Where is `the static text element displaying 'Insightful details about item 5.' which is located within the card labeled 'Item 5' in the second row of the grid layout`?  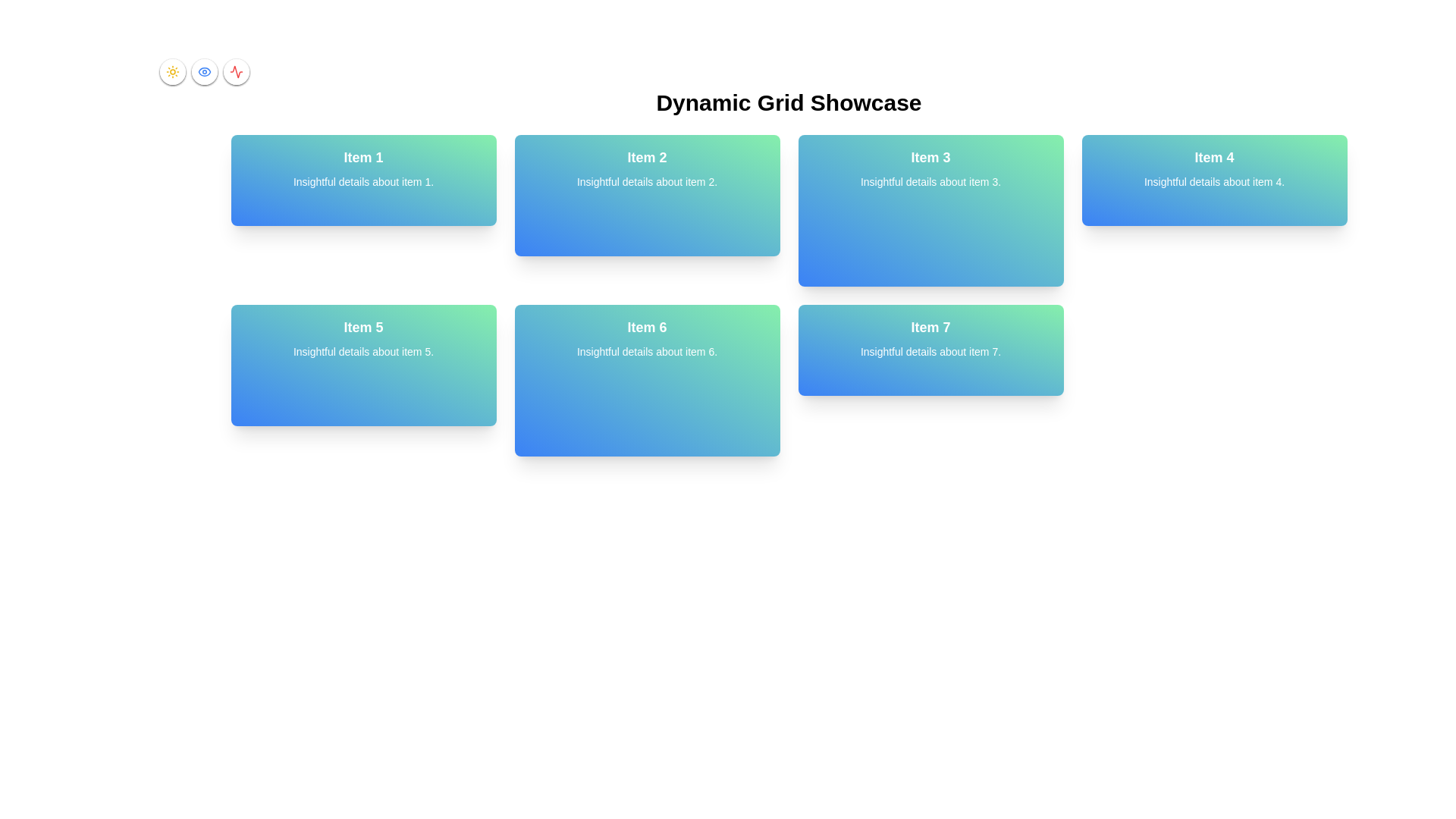
the static text element displaying 'Insightful details about item 5.' which is located within the card labeled 'Item 5' in the second row of the grid layout is located at coordinates (362, 351).